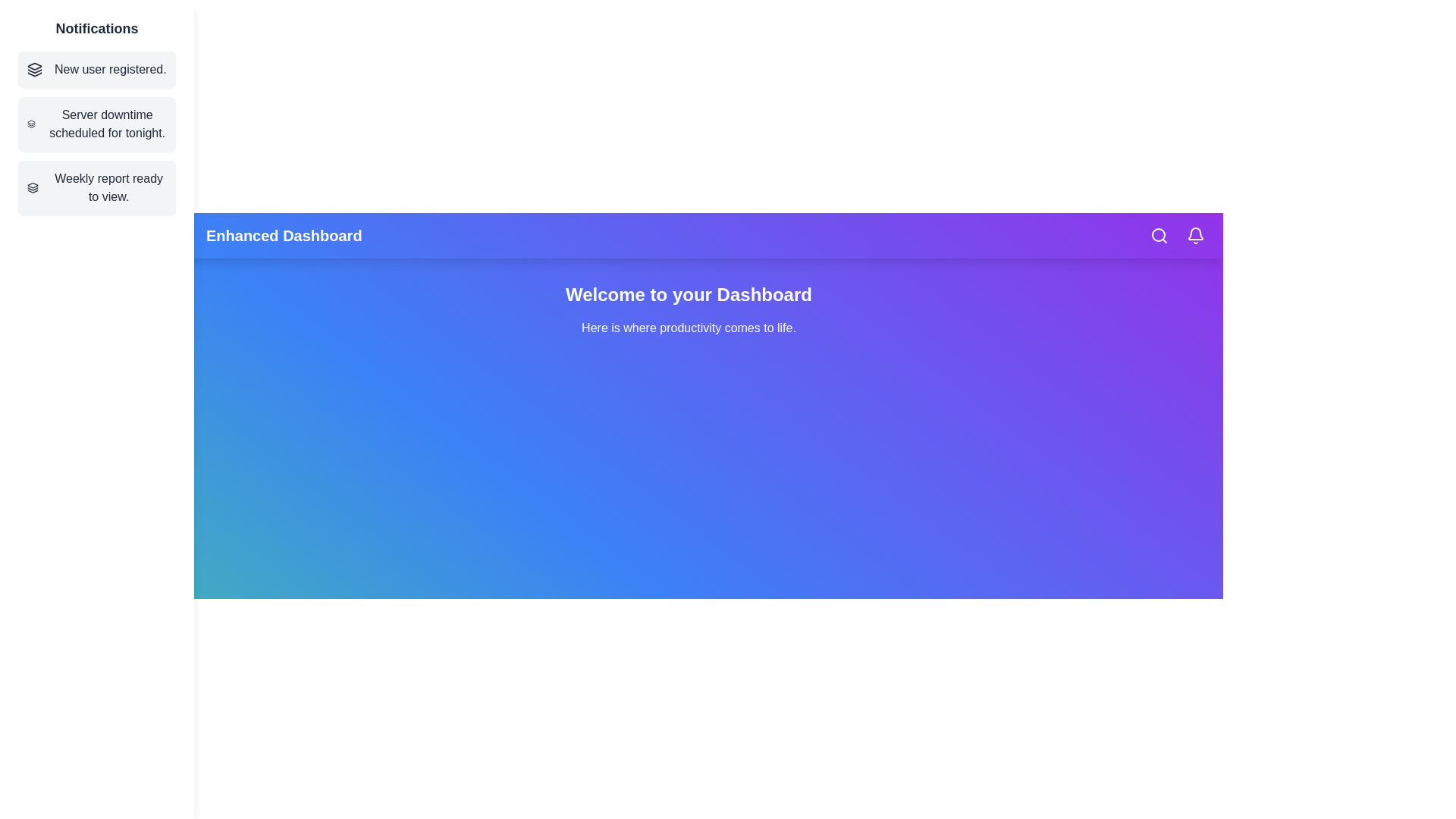 Image resolution: width=1456 pixels, height=819 pixels. What do you see at coordinates (96, 187) in the screenshot?
I see `the notification labeled 'Weekly report ready to view.' in the sidebar` at bounding box center [96, 187].